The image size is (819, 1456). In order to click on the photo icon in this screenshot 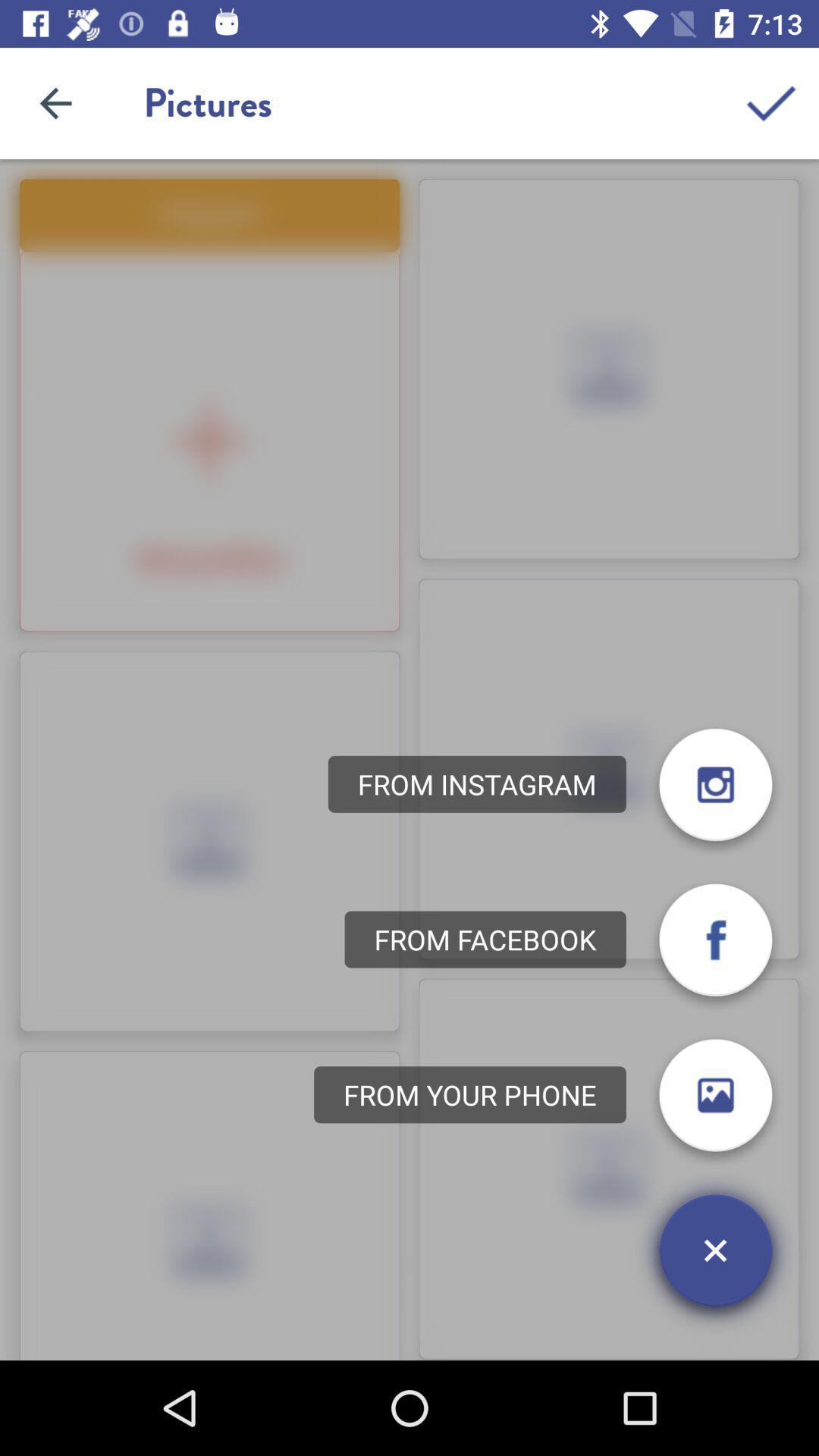, I will do `click(715, 1101)`.